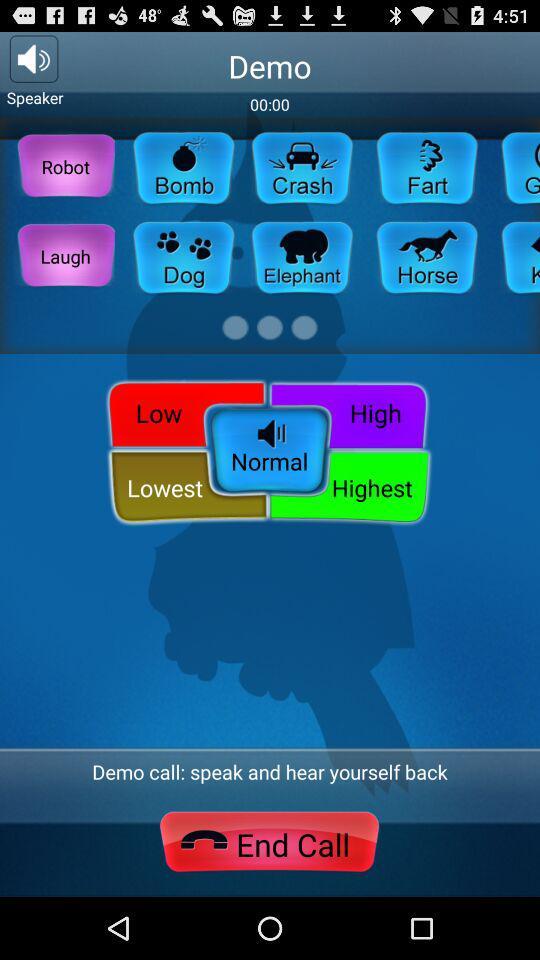 This screenshot has height=960, width=540. Describe the element at coordinates (65, 255) in the screenshot. I see `laugh item` at that location.